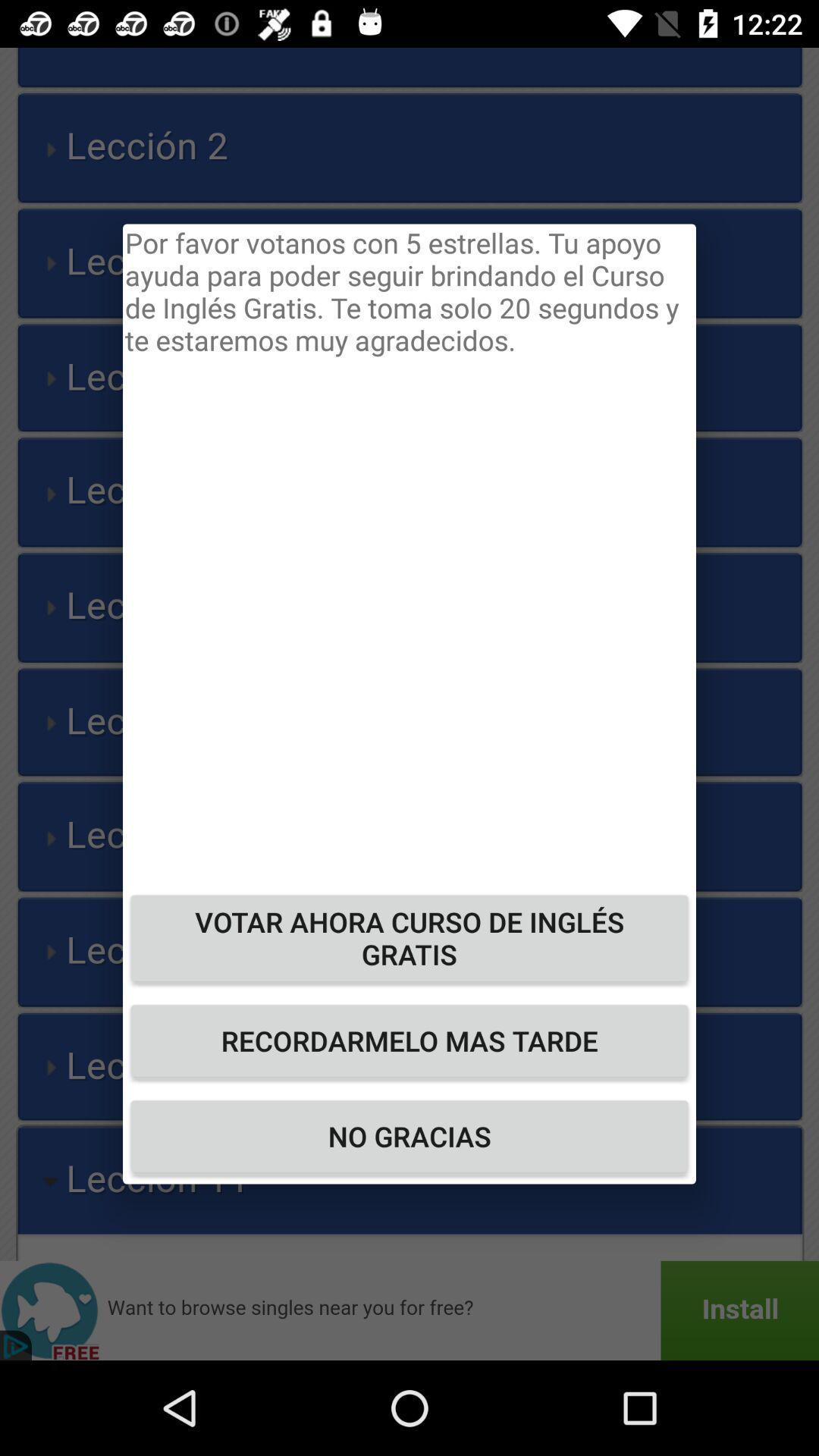 The image size is (819, 1456). I want to click on no gracias, so click(409, 1136).